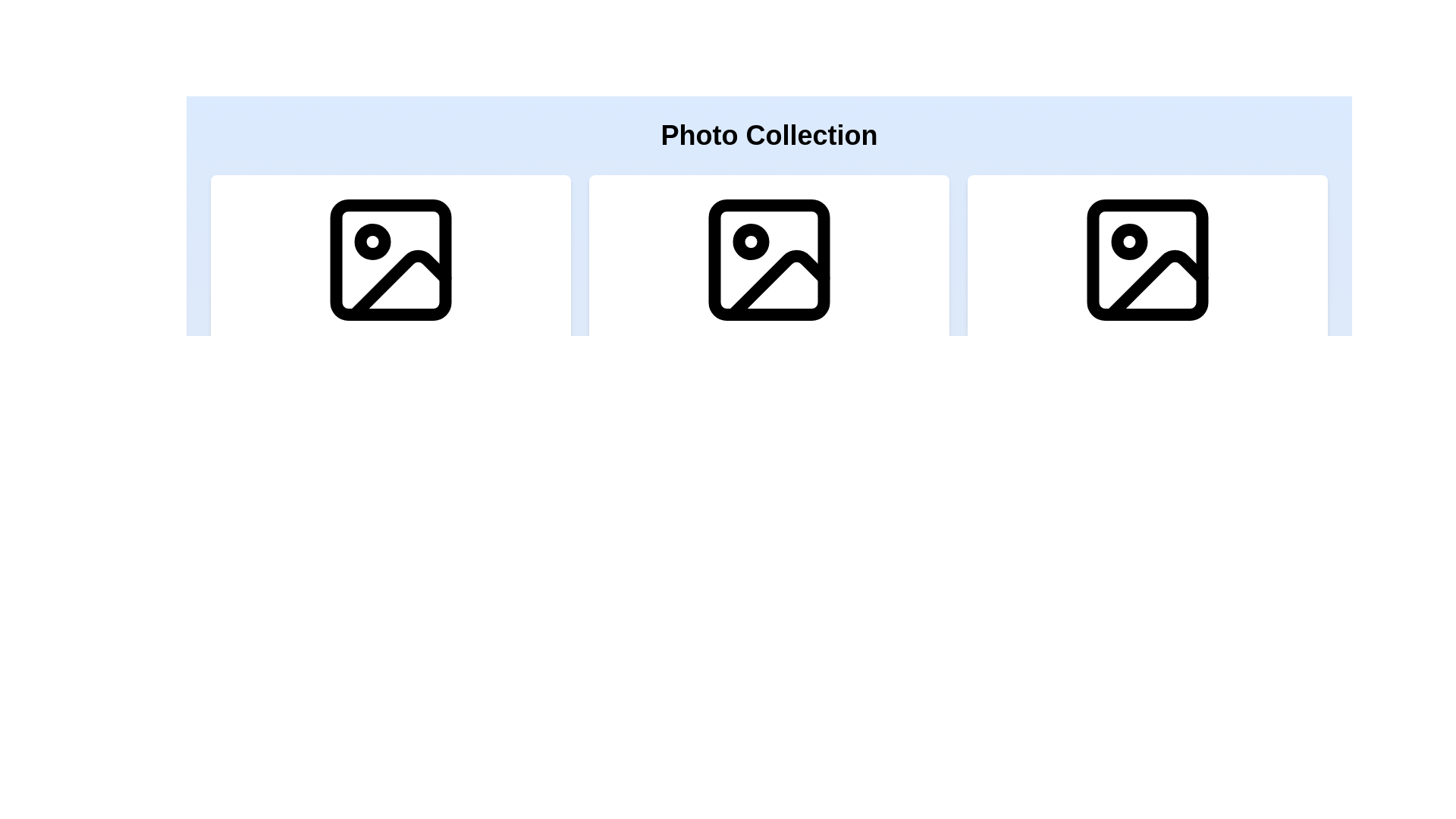 This screenshot has height=819, width=1456. What do you see at coordinates (1147, 289) in the screenshot?
I see `the third card` at bounding box center [1147, 289].